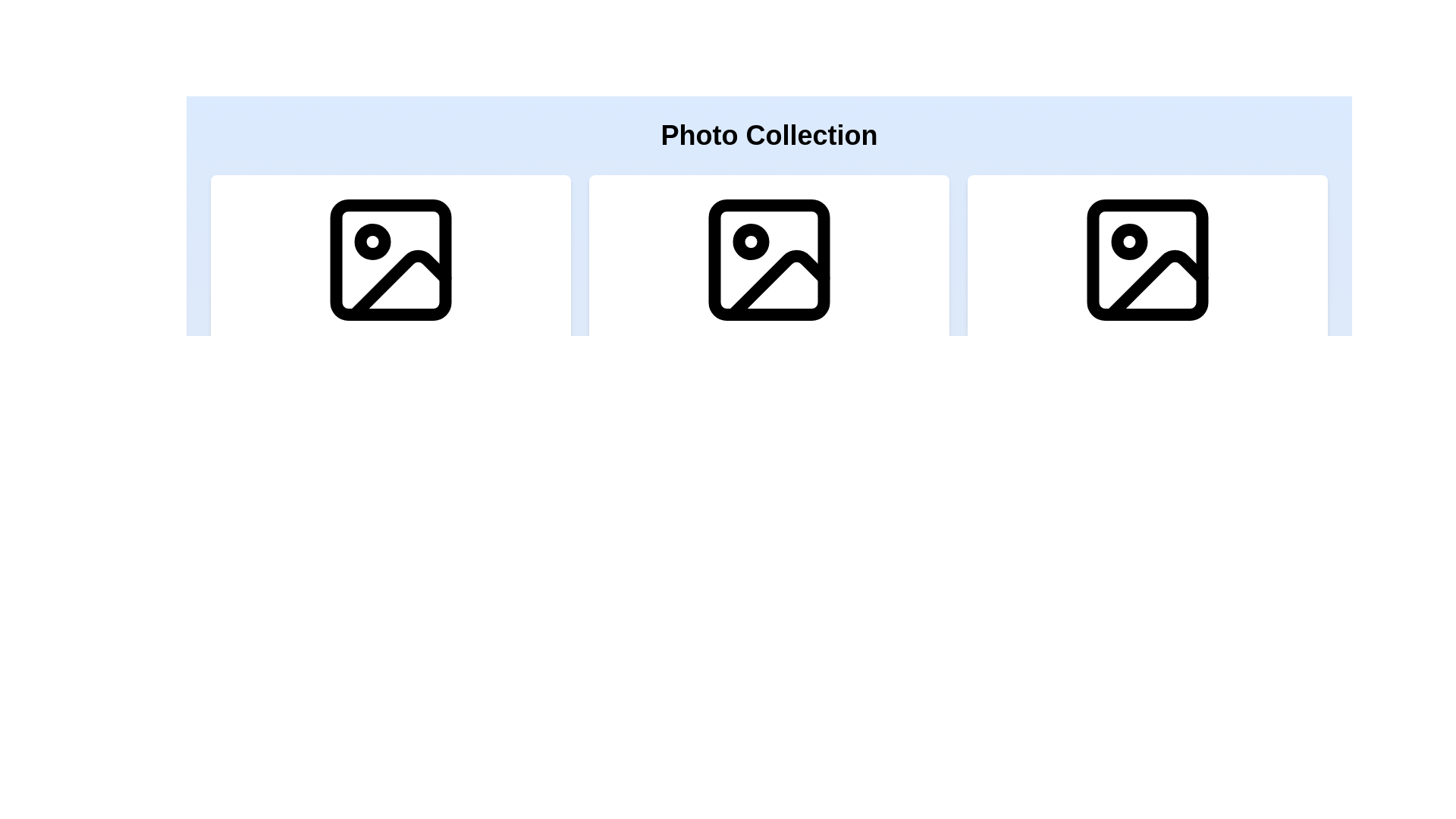 This screenshot has height=819, width=1456. What do you see at coordinates (1147, 289) in the screenshot?
I see `the third card` at bounding box center [1147, 289].